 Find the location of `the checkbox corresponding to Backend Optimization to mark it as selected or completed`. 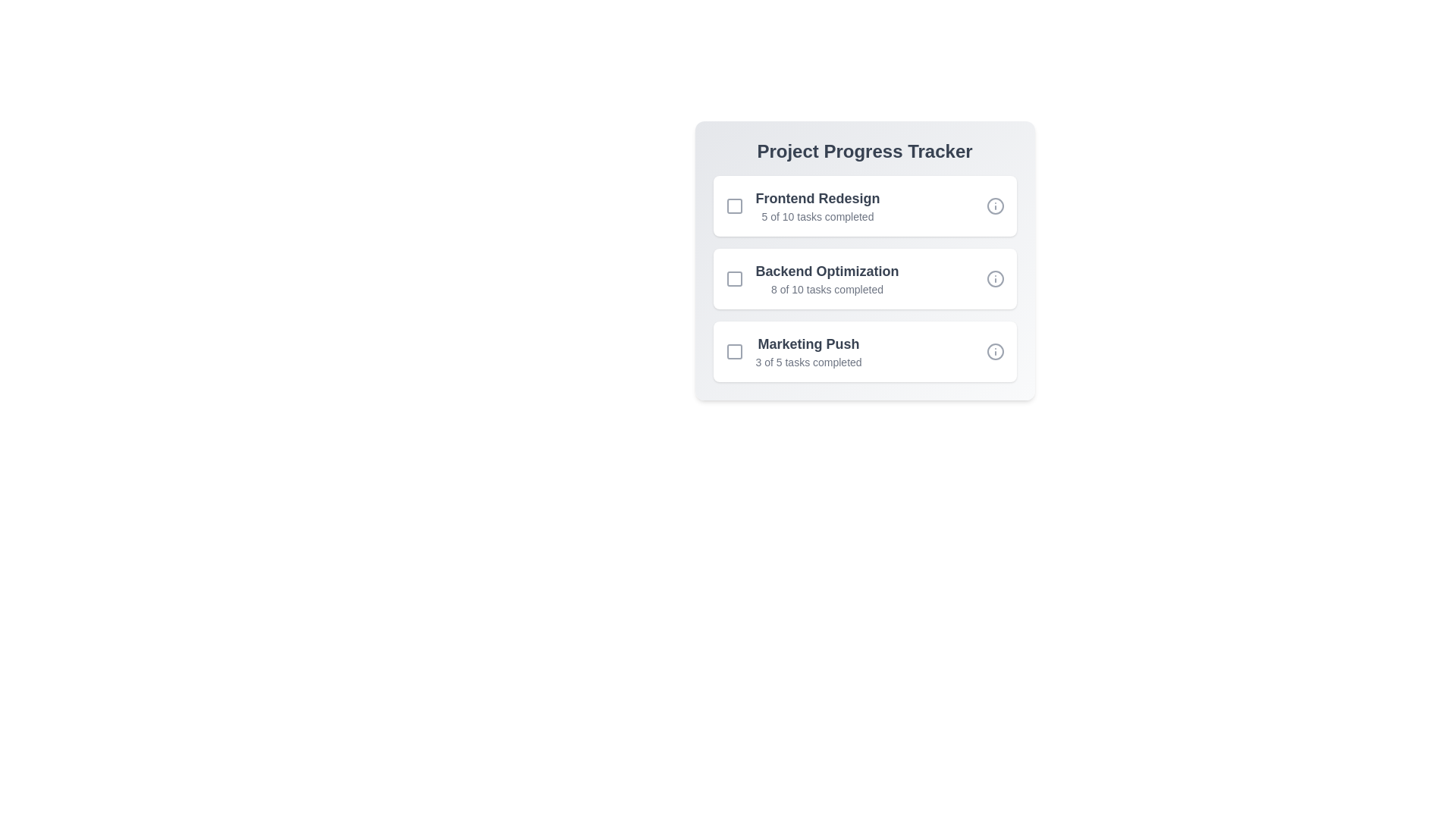

the checkbox corresponding to Backend Optimization to mark it as selected or completed is located at coordinates (734, 278).